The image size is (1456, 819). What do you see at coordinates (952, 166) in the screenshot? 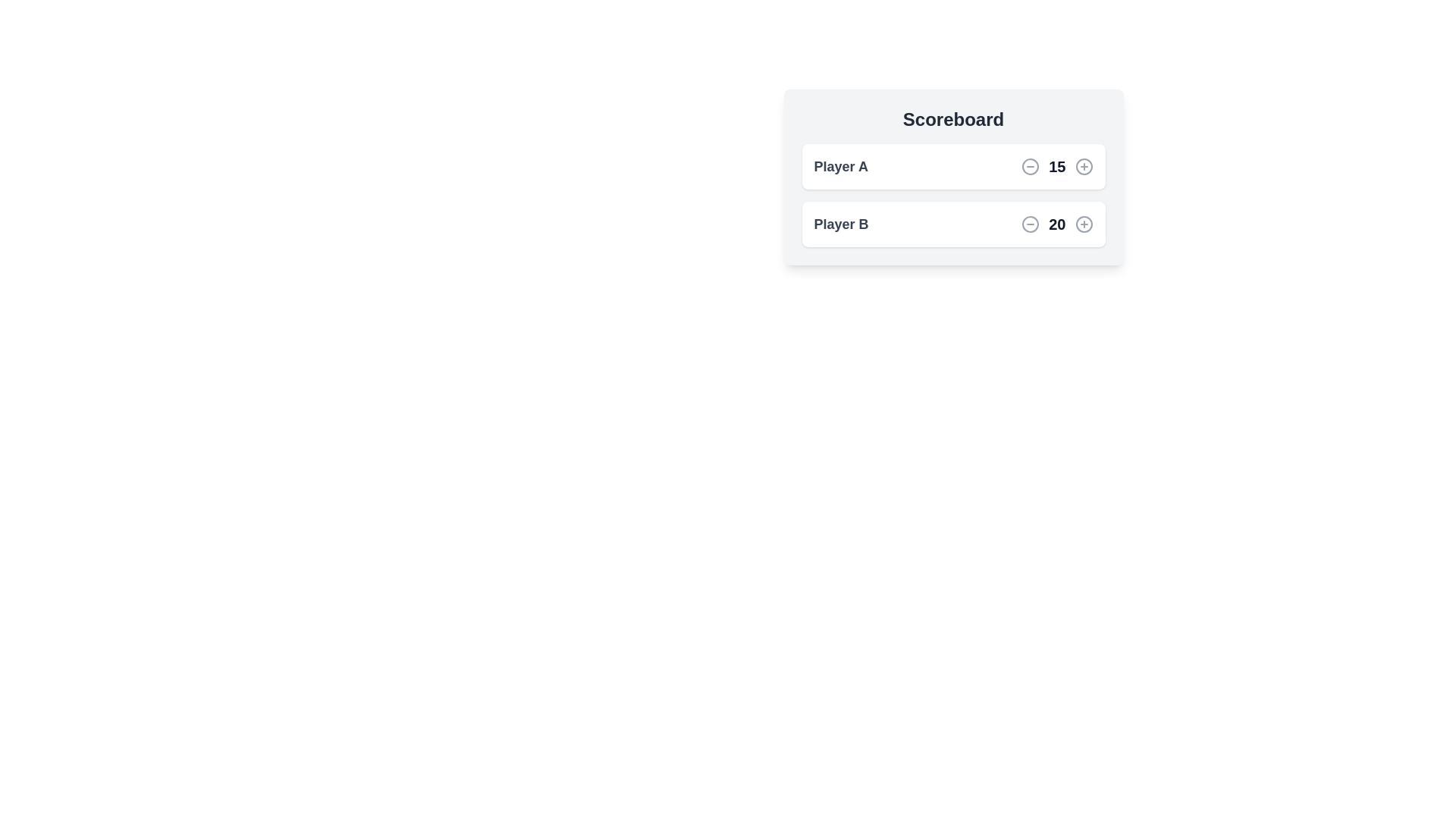
I see `player name 'Player A' and the score '15' from the composite UI component that includes interactive buttons for score adjustment, positioned at the top of the scoreboard list` at bounding box center [952, 166].